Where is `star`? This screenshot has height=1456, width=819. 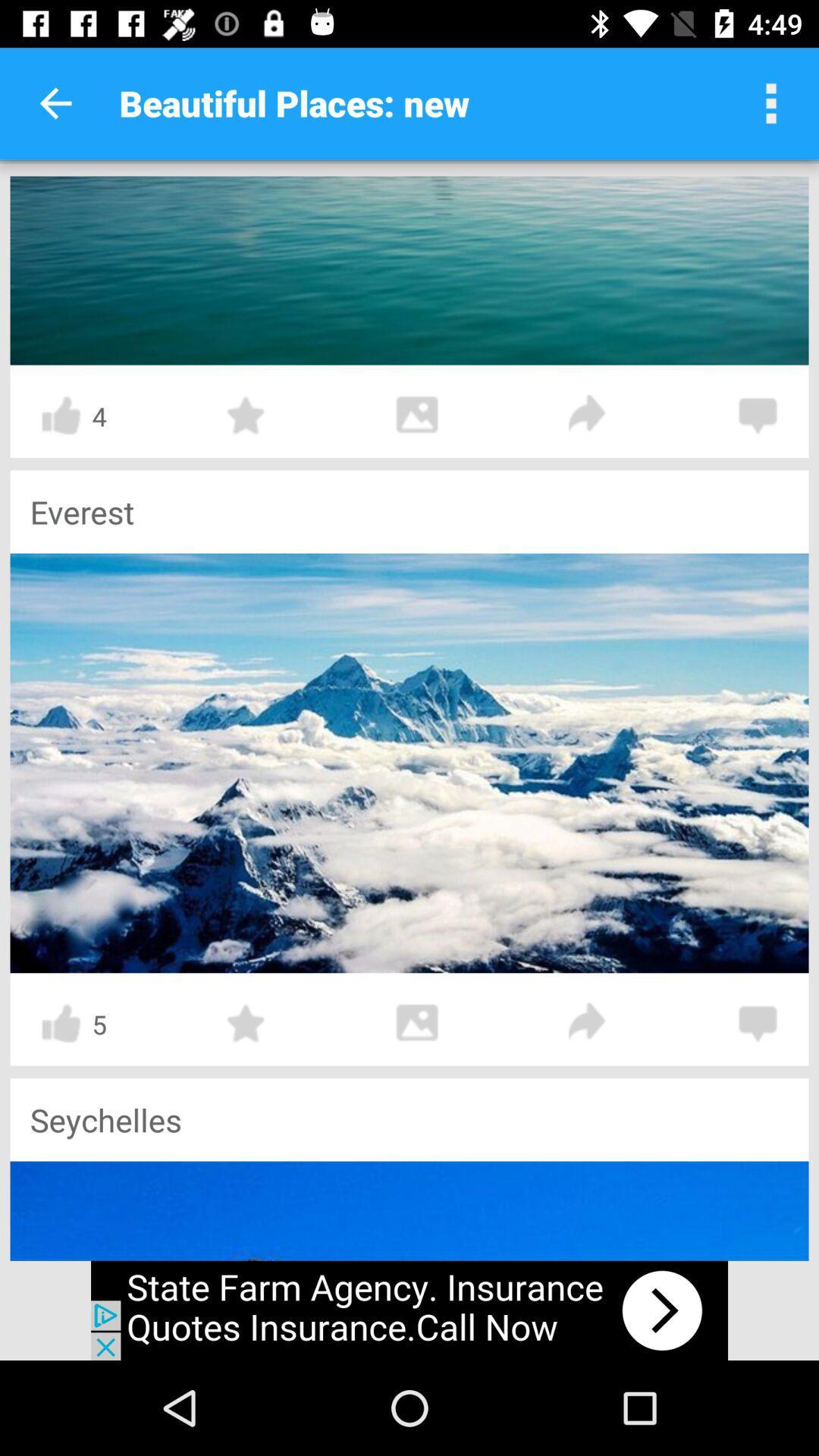 star is located at coordinates (246, 416).